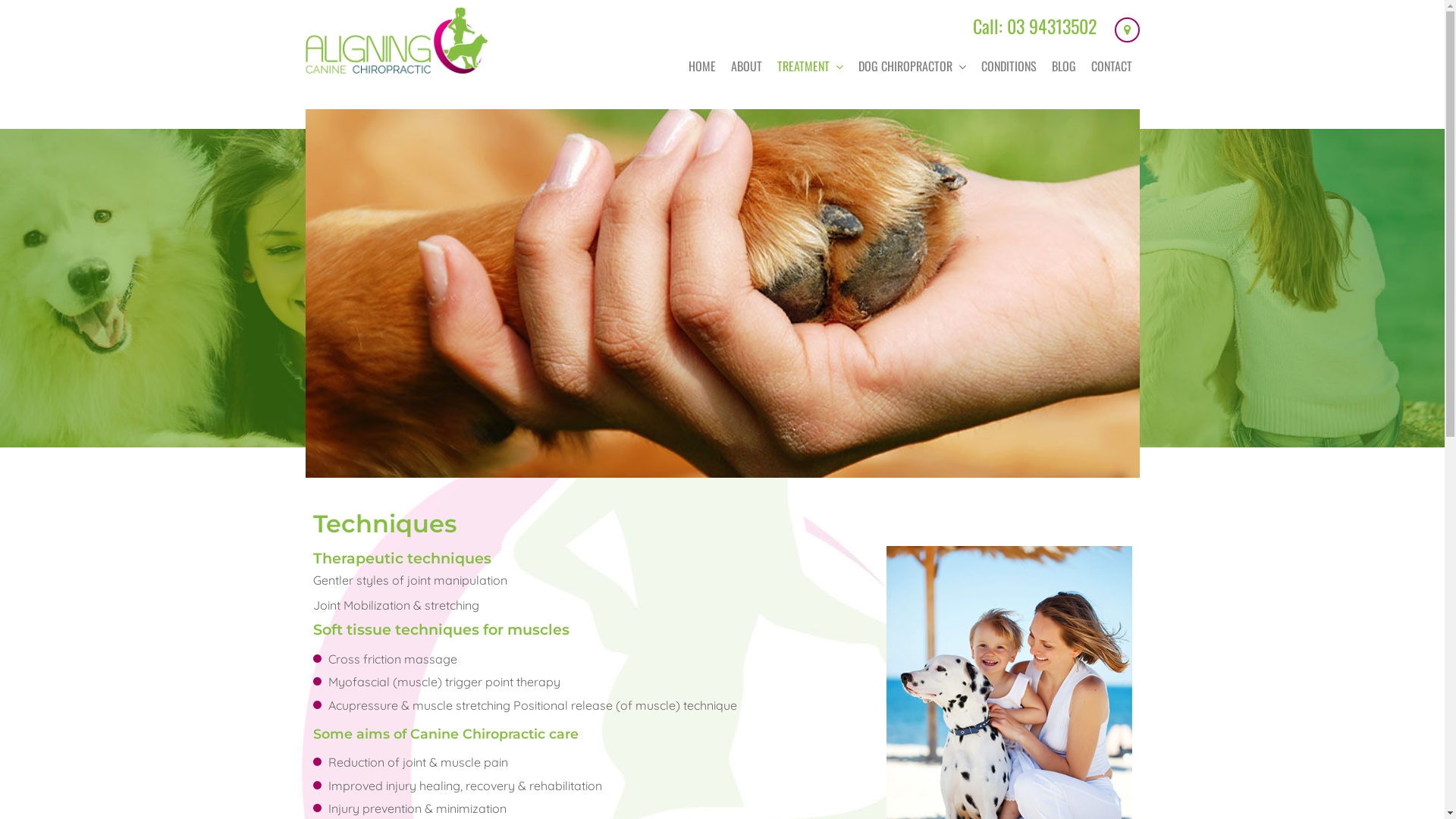 The image size is (1456, 819). What do you see at coordinates (912, 65) in the screenshot?
I see `'DOG CHIROPRACTOR'` at bounding box center [912, 65].